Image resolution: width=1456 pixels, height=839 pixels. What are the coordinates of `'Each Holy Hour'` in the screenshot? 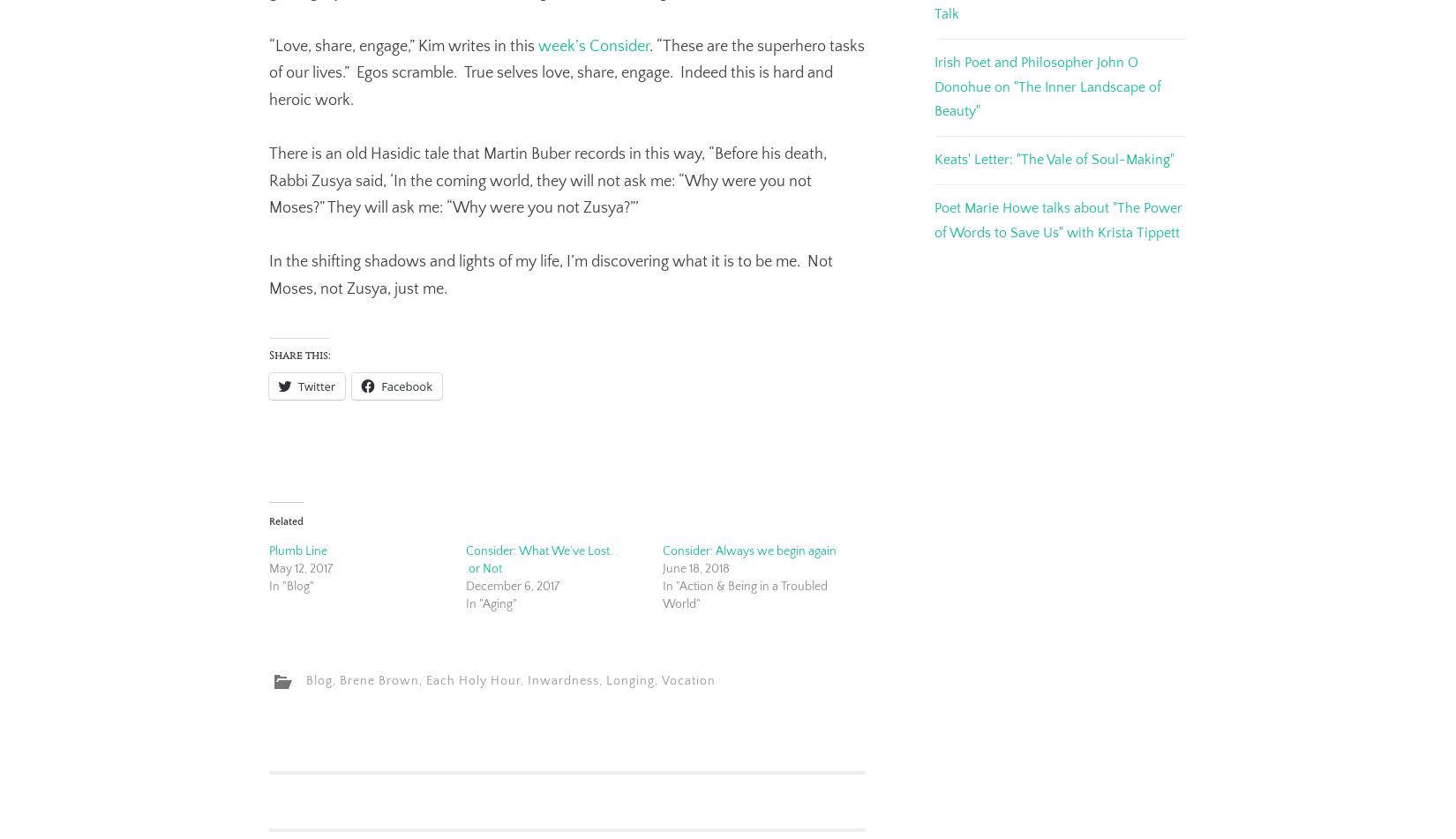 It's located at (472, 680).